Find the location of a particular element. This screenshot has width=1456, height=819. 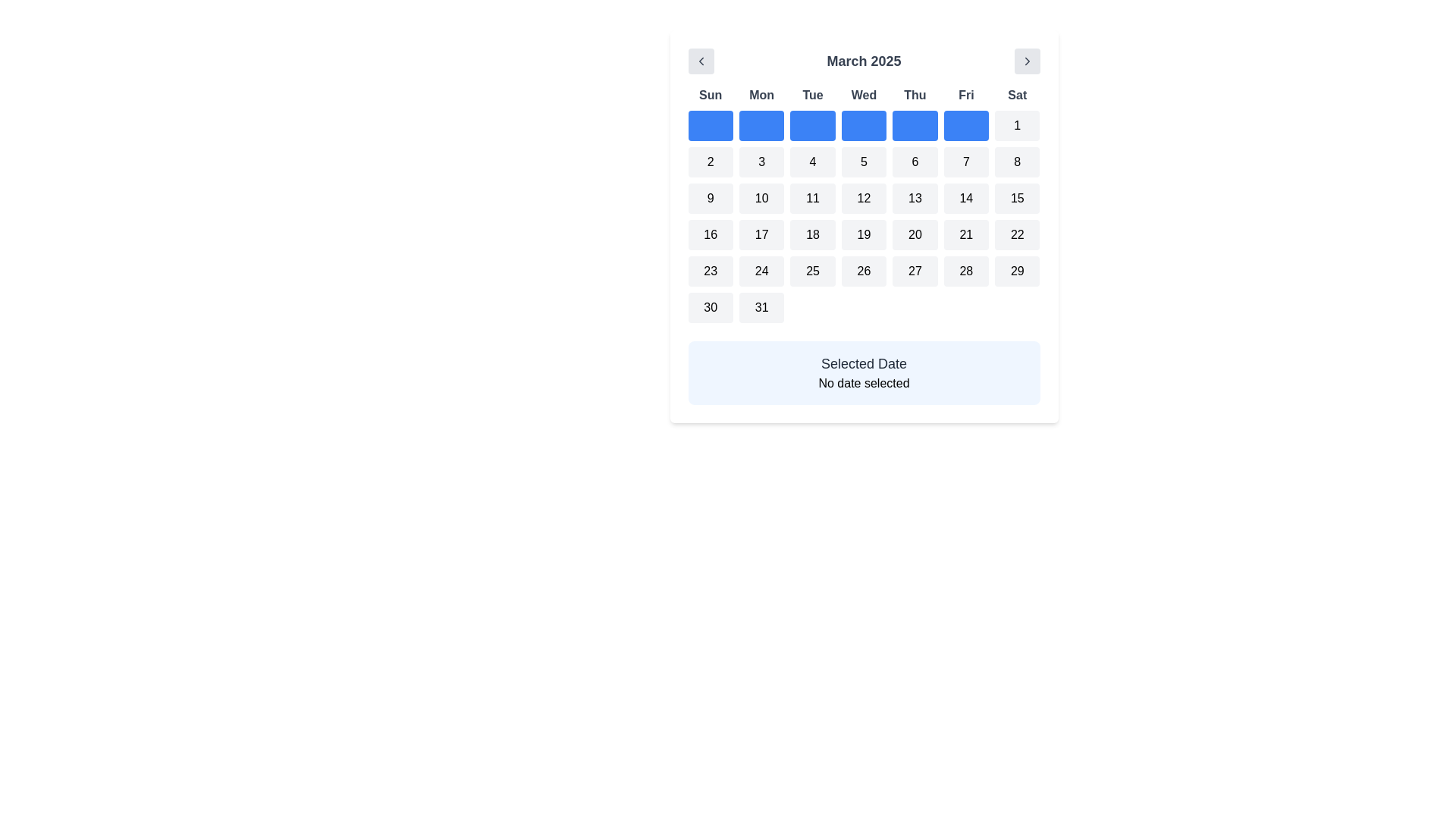

the calendar date button '29' located in the sixth row and seventh column under the 'Sat' column header is located at coordinates (1017, 271).